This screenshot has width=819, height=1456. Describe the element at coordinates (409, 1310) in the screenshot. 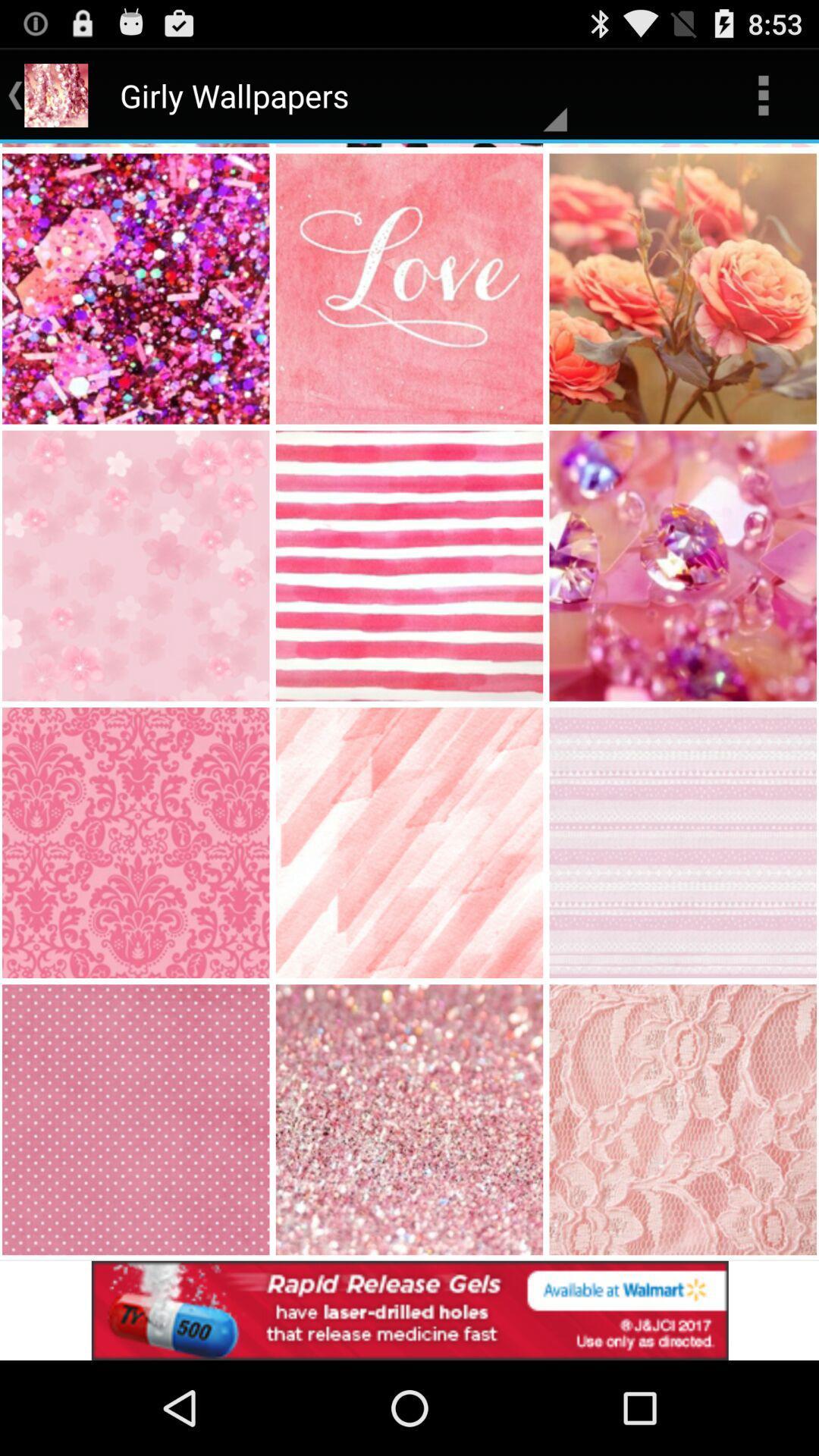

I see `advertisement for walmart` at that location.